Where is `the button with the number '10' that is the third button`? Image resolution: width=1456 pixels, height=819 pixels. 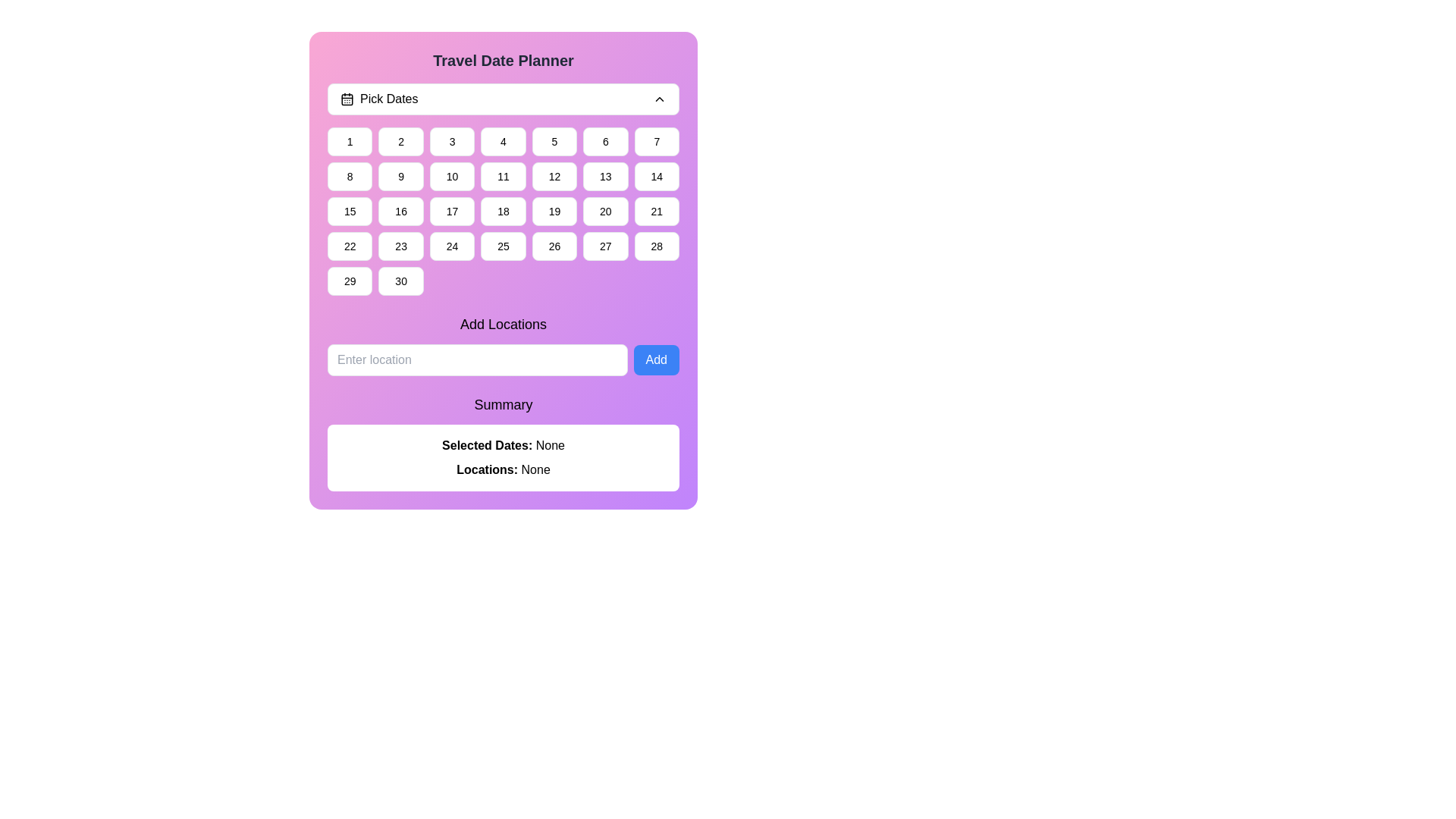 the button with the number '10' that is the third button is located at coordinates (451, 175).